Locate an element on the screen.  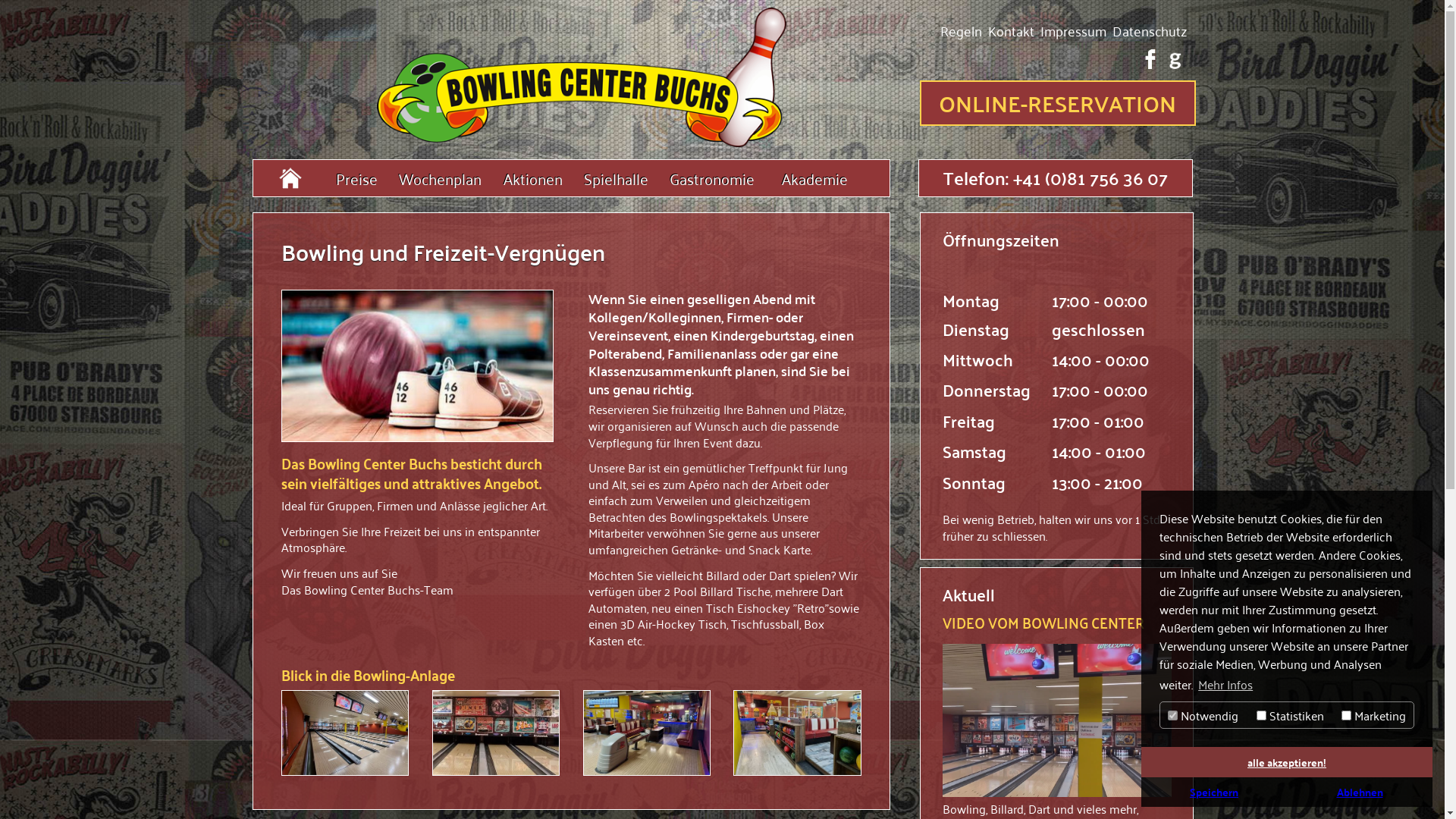
'facebook Bowling Center Buchs SG' is located at coordinates (1150, 58).